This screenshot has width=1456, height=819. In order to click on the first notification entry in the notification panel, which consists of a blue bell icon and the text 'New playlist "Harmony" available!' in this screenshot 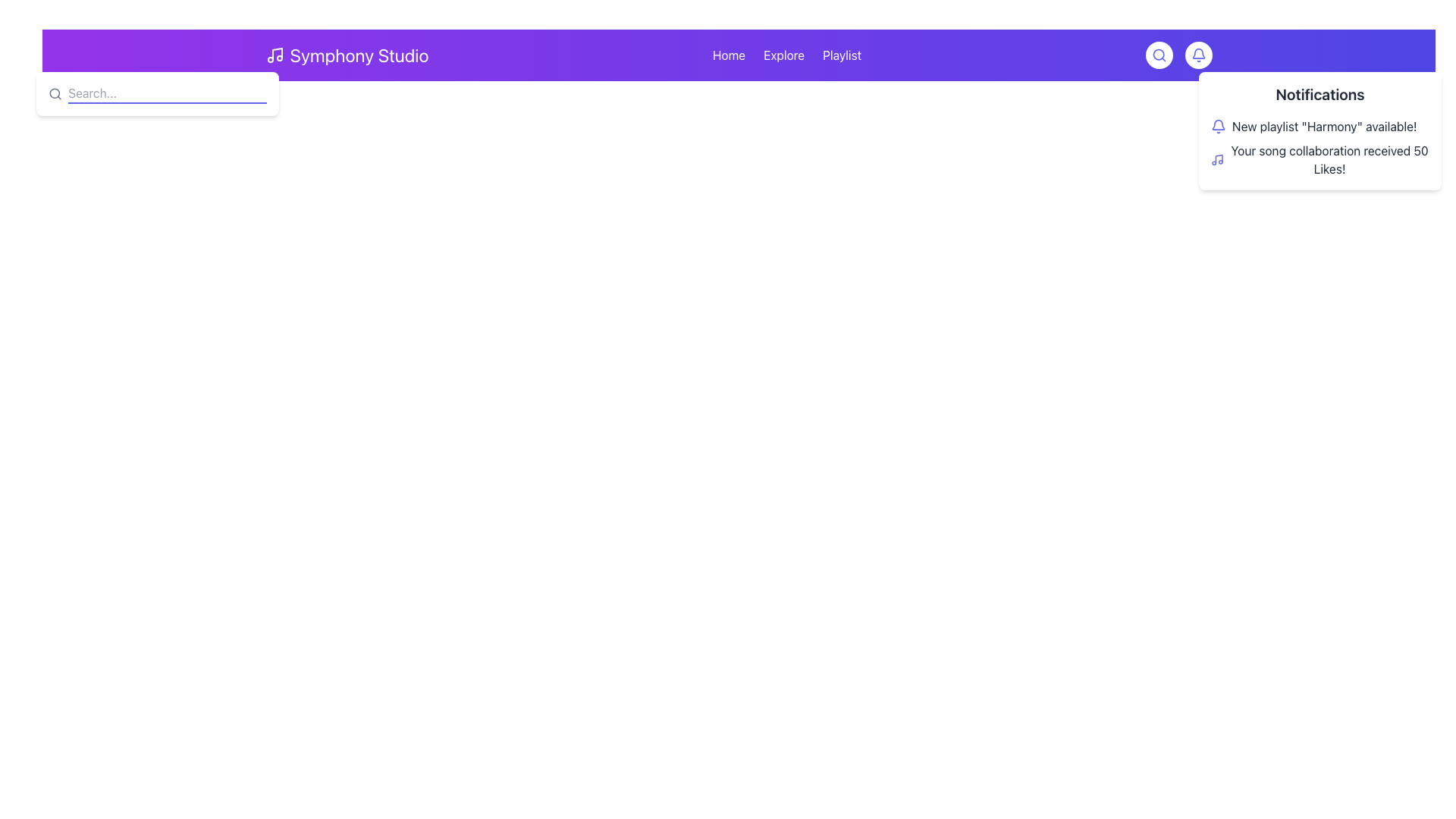, I will do `click(1319, 125)`.